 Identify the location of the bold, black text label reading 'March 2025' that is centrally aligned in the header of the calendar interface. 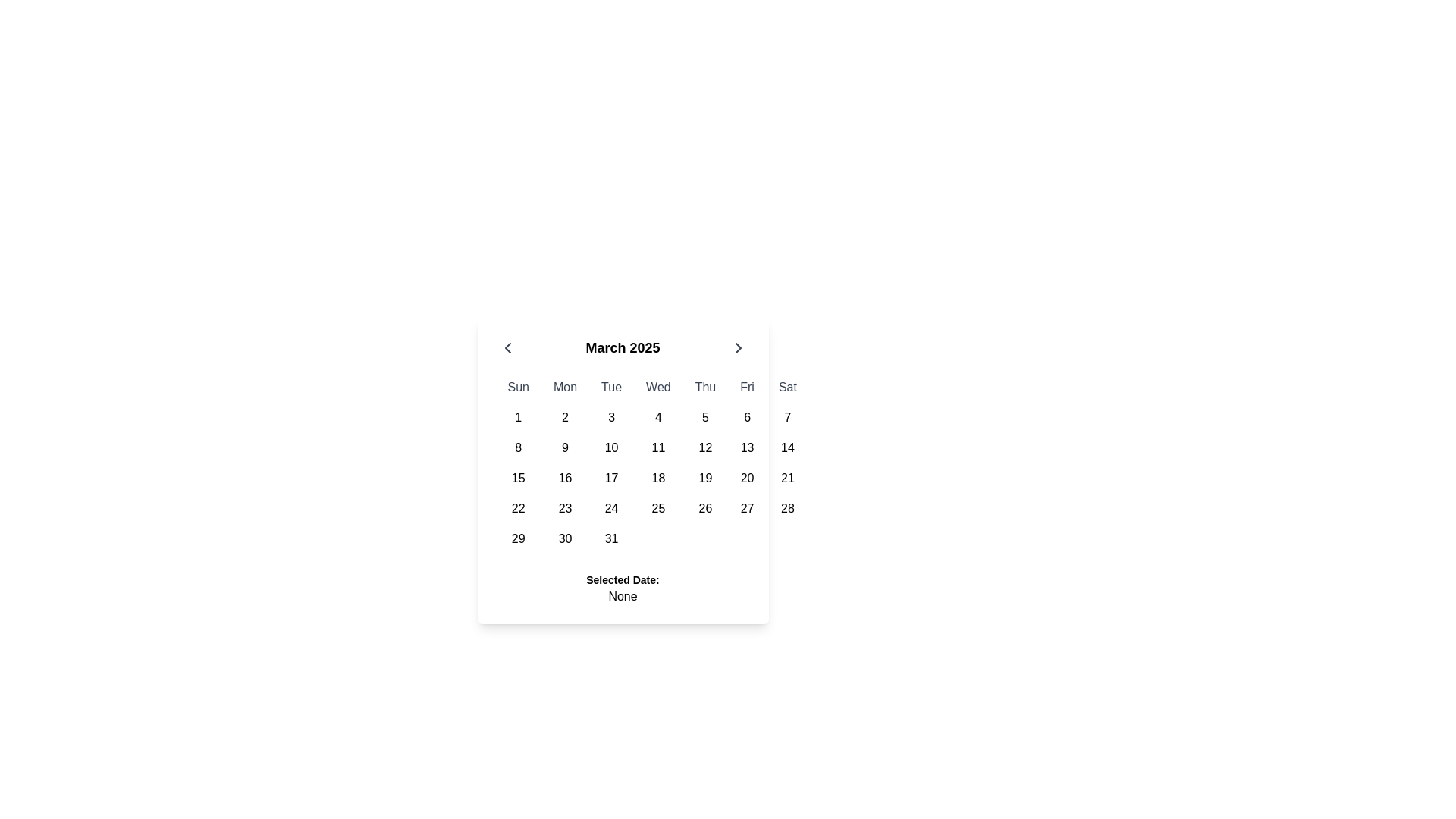
(623, 348).